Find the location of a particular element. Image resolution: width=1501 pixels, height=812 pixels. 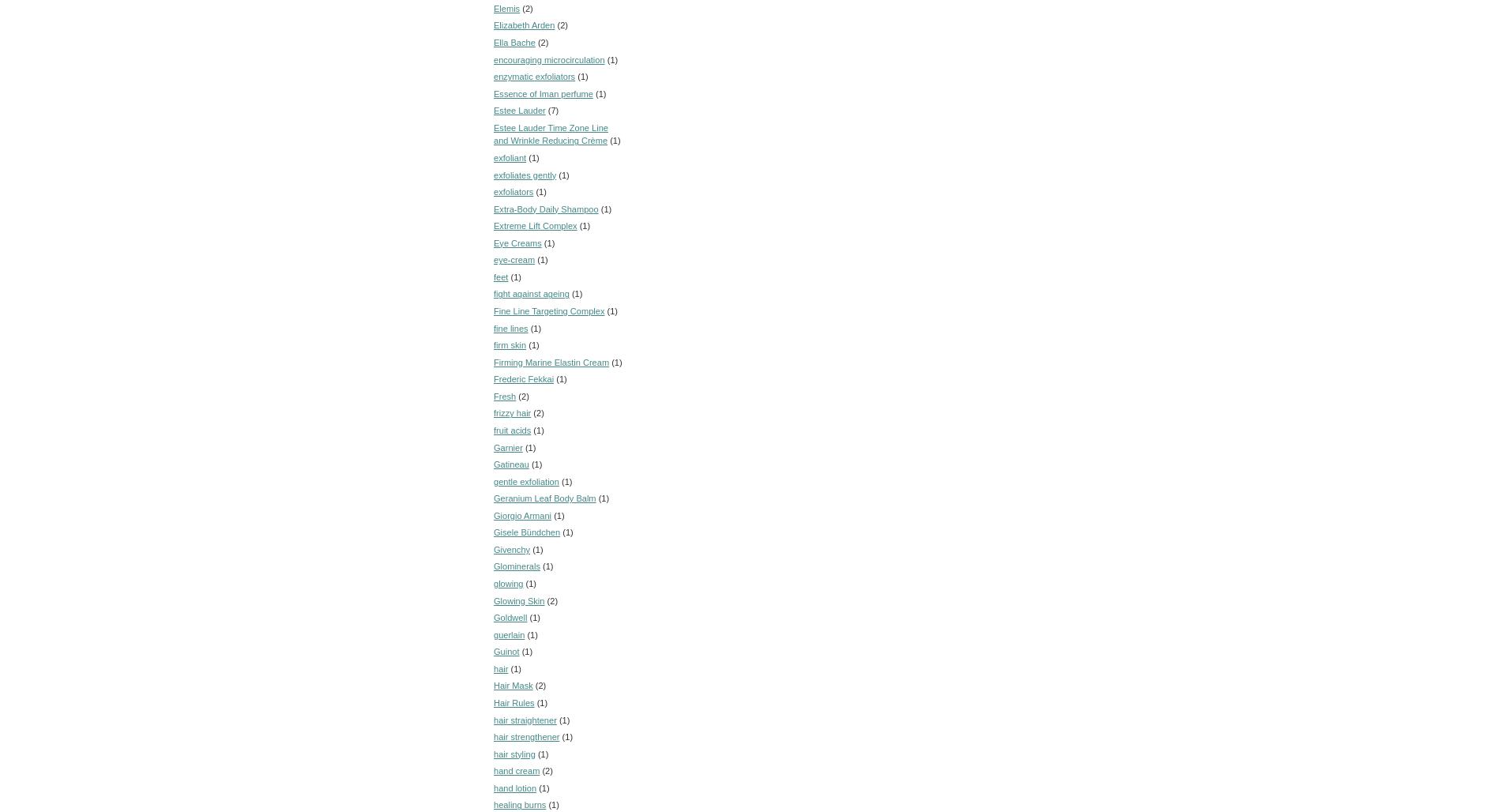

'hair' is located at coordinates (493, 667).